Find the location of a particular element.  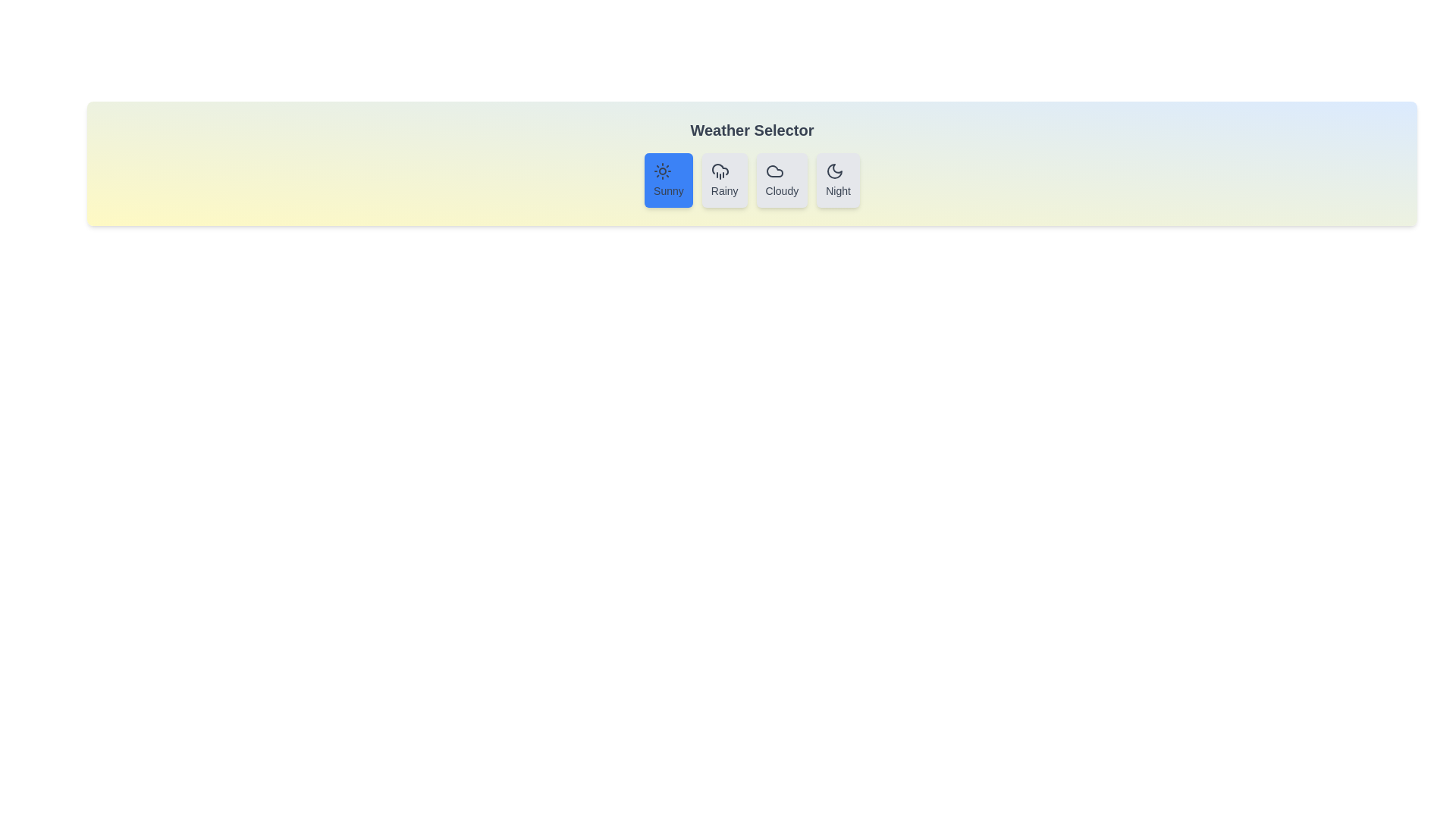

the button corresponding to the weather option Sunny is located at coordinates (668, 180).